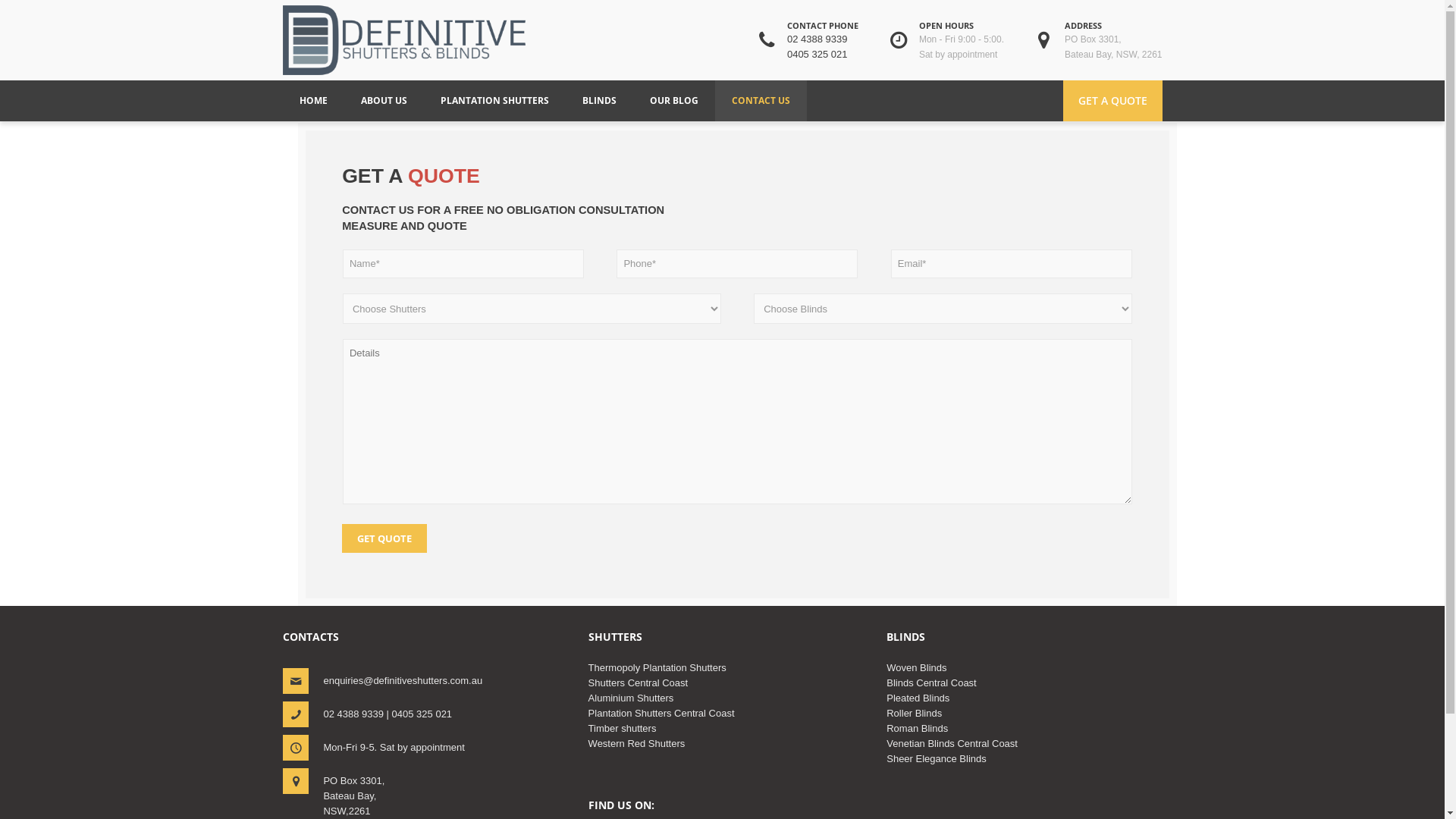 This screenshot has width=1456, height=819. What do you see at coordinates (1062, 100) in the screenshot?
I see `'GET A QUOTE'` at bounding box center [1062, 100].